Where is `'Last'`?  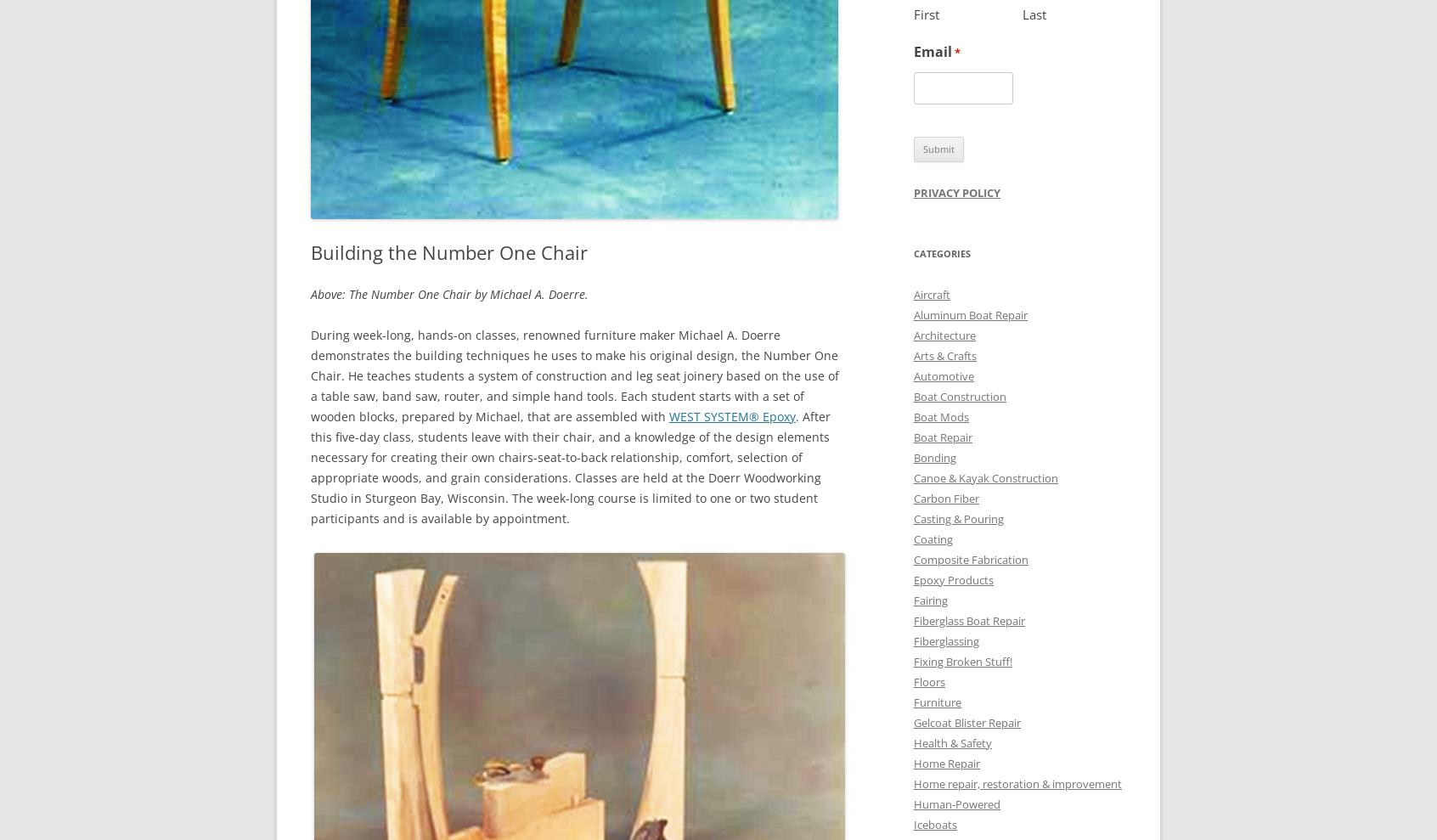 'Last' is located at coordinates (1034, 13).